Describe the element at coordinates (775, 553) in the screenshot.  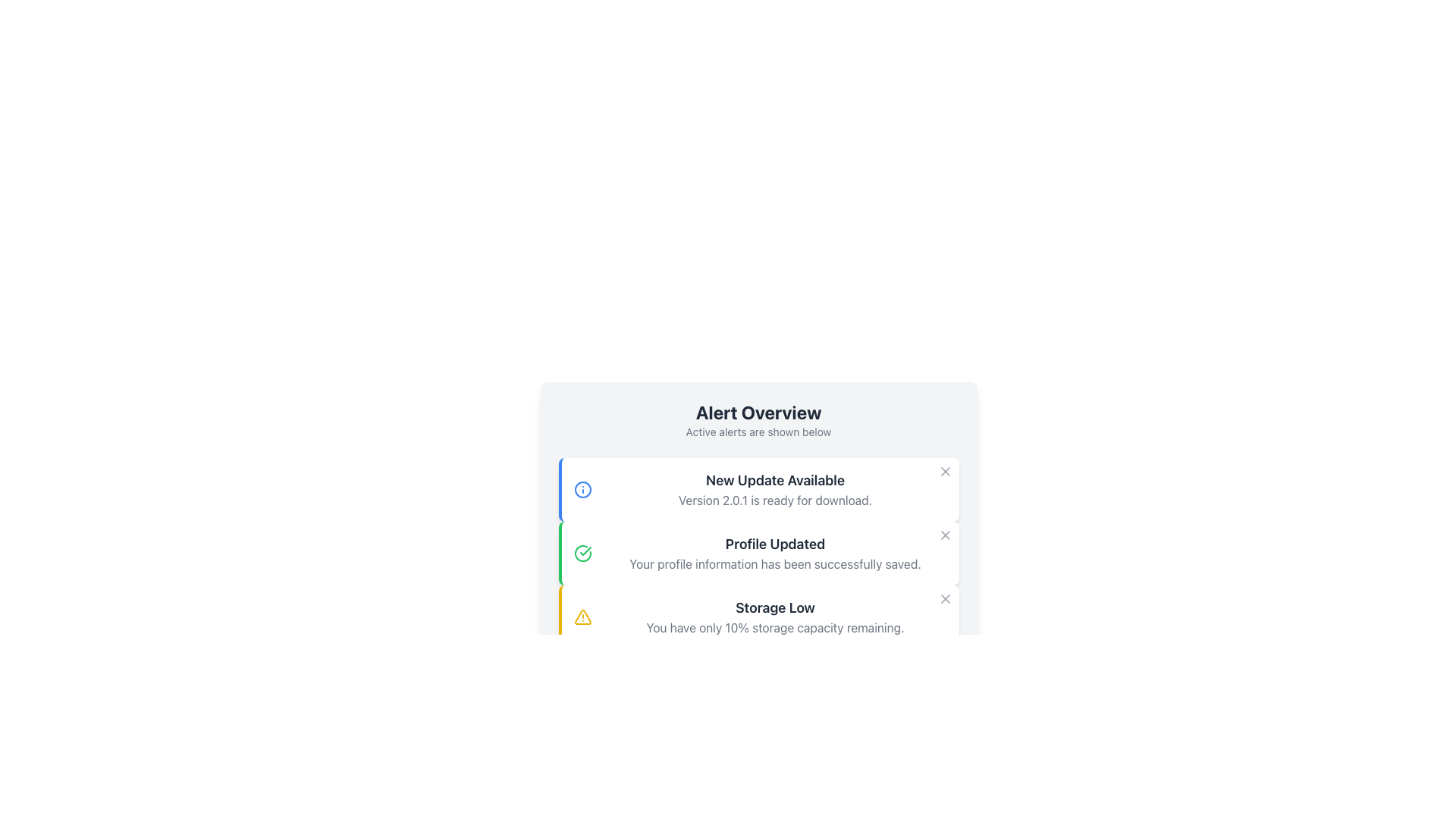
I see `the notification that states 'Profile Updated' which is positioned in the second notification slot, featuring a bold heading and a smaller text in a white rounded rectangle with a green stripe` at that location.